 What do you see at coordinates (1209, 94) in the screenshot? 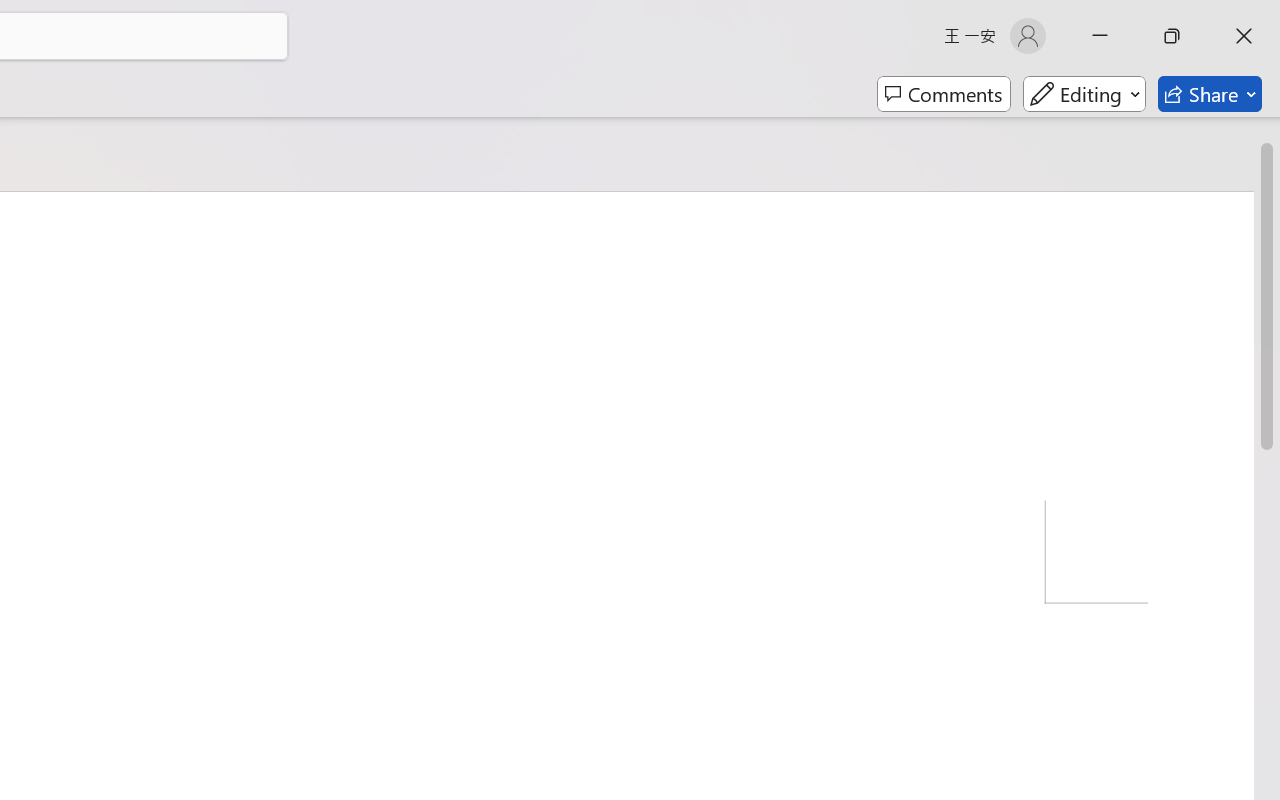
I see `'Share'` at bounding box center [1209, 94].